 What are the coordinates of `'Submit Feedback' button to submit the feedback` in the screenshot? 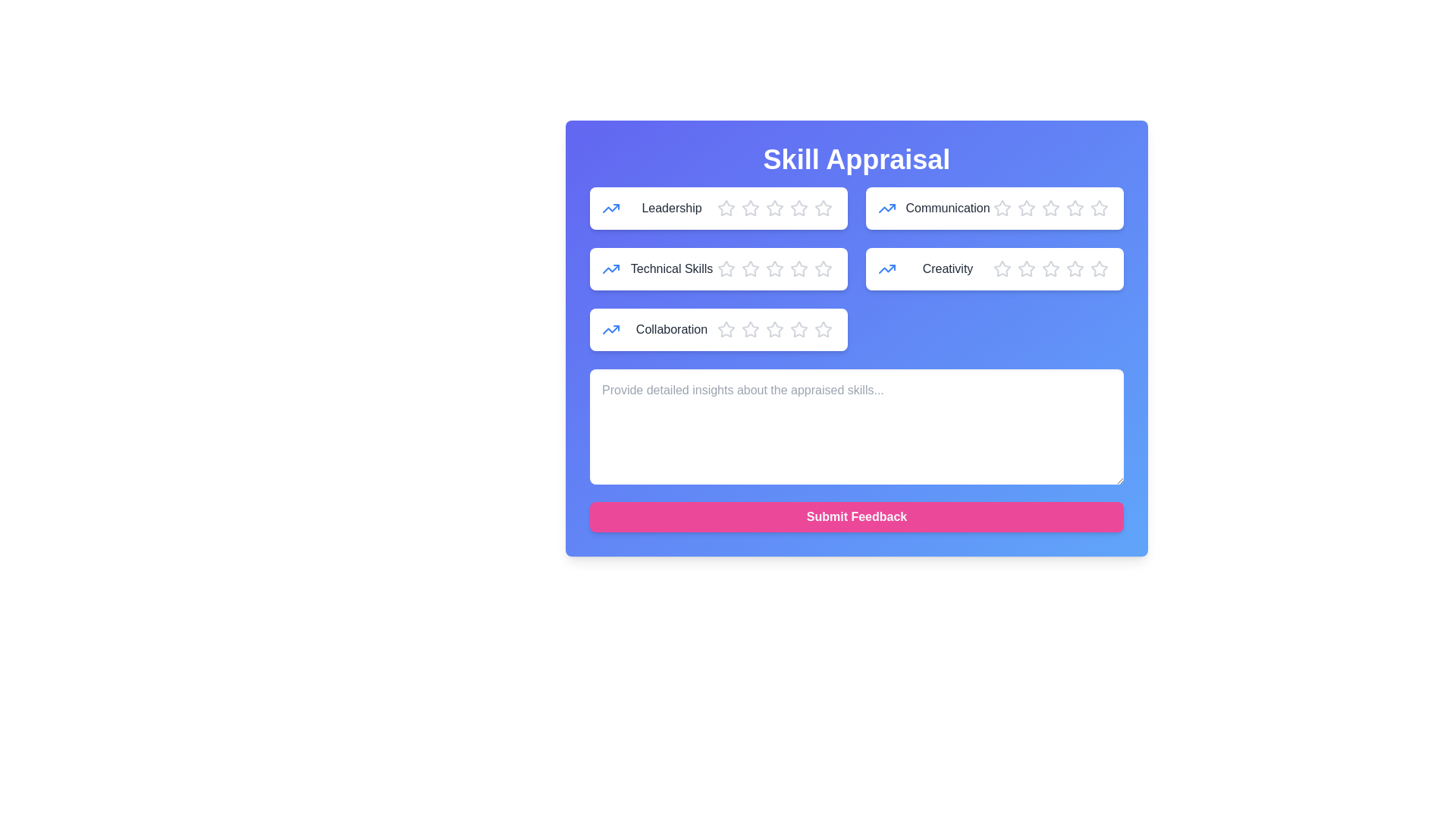 It's located at (856, 516).